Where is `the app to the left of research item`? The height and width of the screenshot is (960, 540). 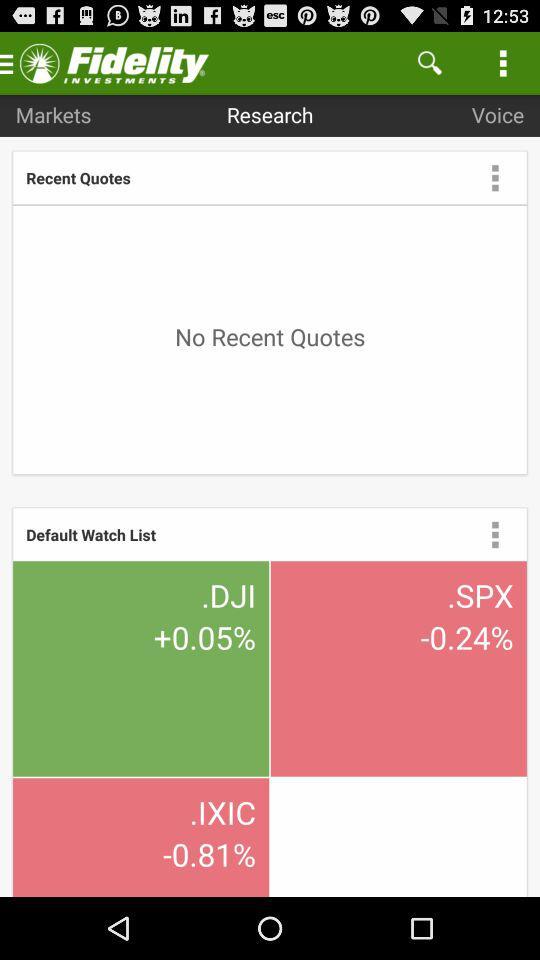 the app to the left of research item is located at coordinates (53, 114).